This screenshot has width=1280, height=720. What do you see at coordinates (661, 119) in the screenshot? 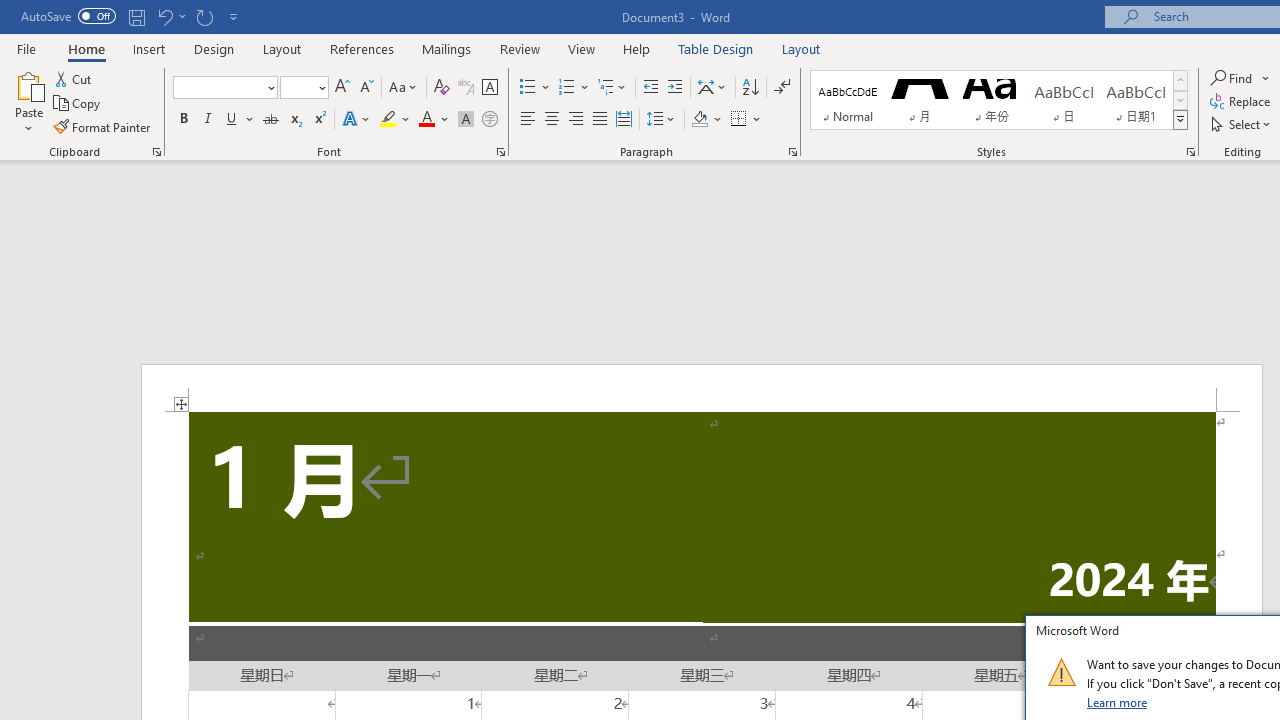
I see `'Line and Paragraph Spacing'` at bounding box center [661, 119].